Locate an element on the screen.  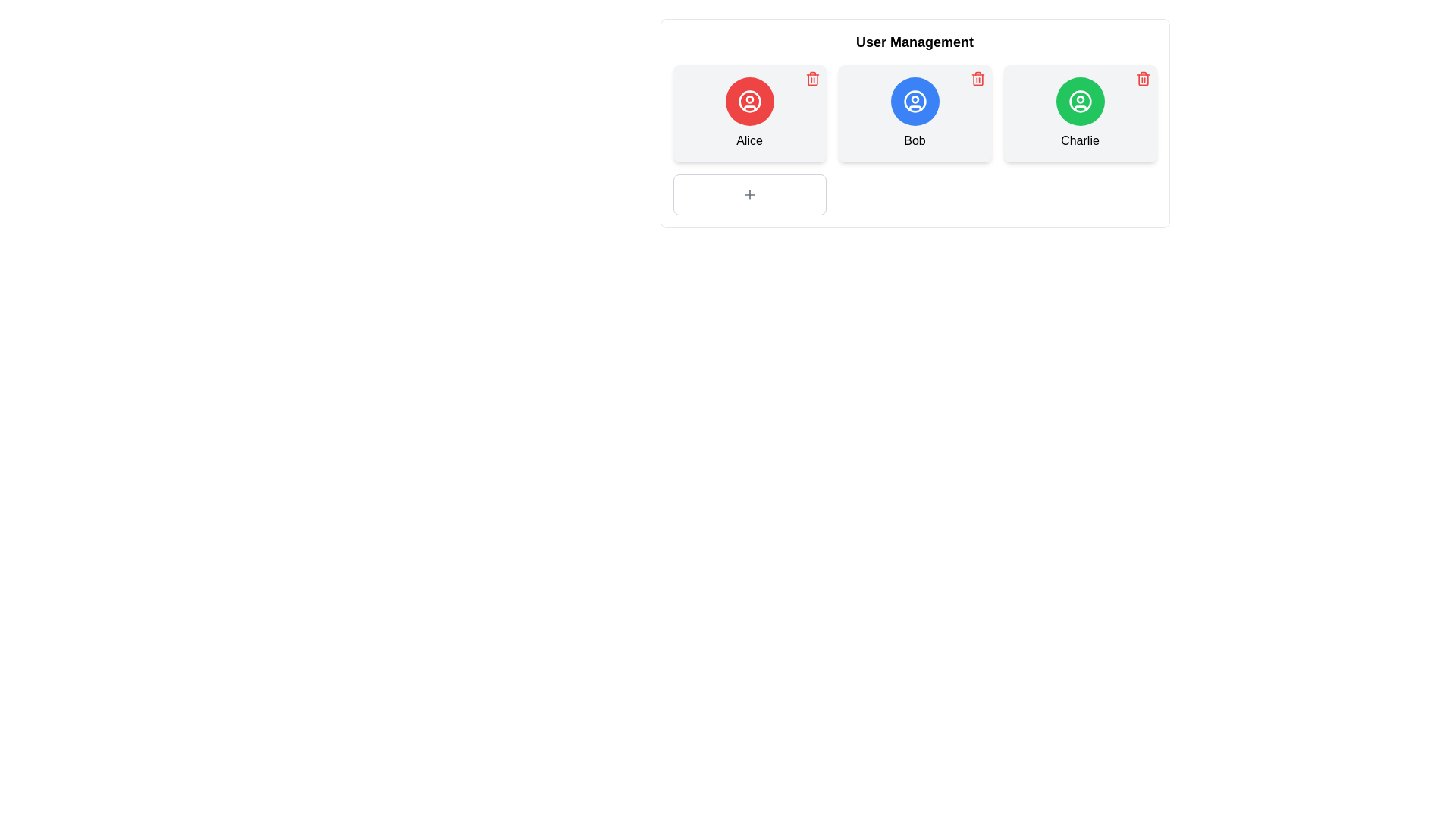
the plus sign icon within the bordered circular button labeled 'Add User' to initiate the 'Add User' function is located at coordinates (749, 194).